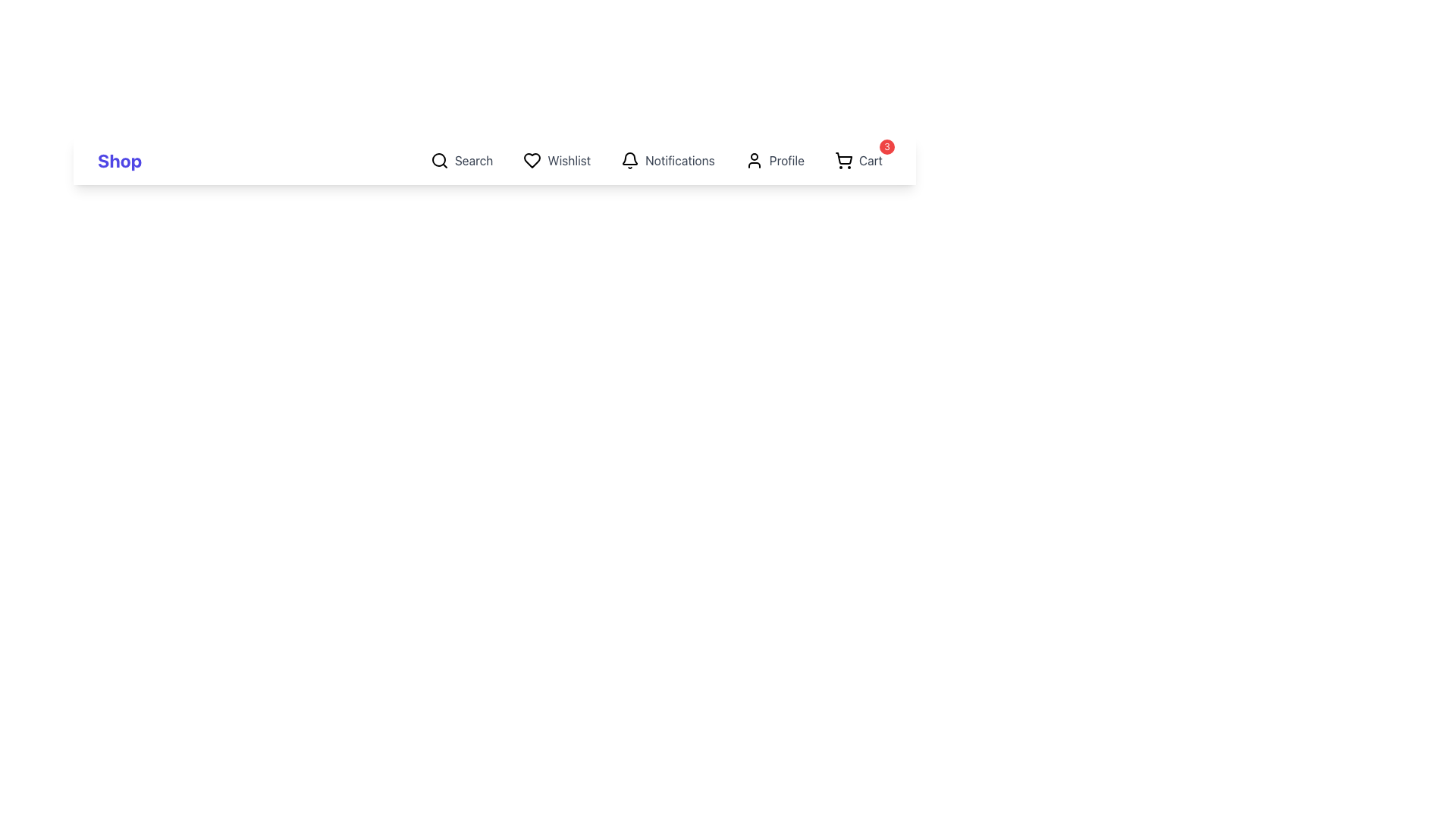 This screenshot has width=1456, height=819. Describe the element at coordinates (630, 158) in the screenshot. I see `the notification bell icon located centrally between the 'Wishlist' and 'Profile' options in the top navigation bar` at that location.